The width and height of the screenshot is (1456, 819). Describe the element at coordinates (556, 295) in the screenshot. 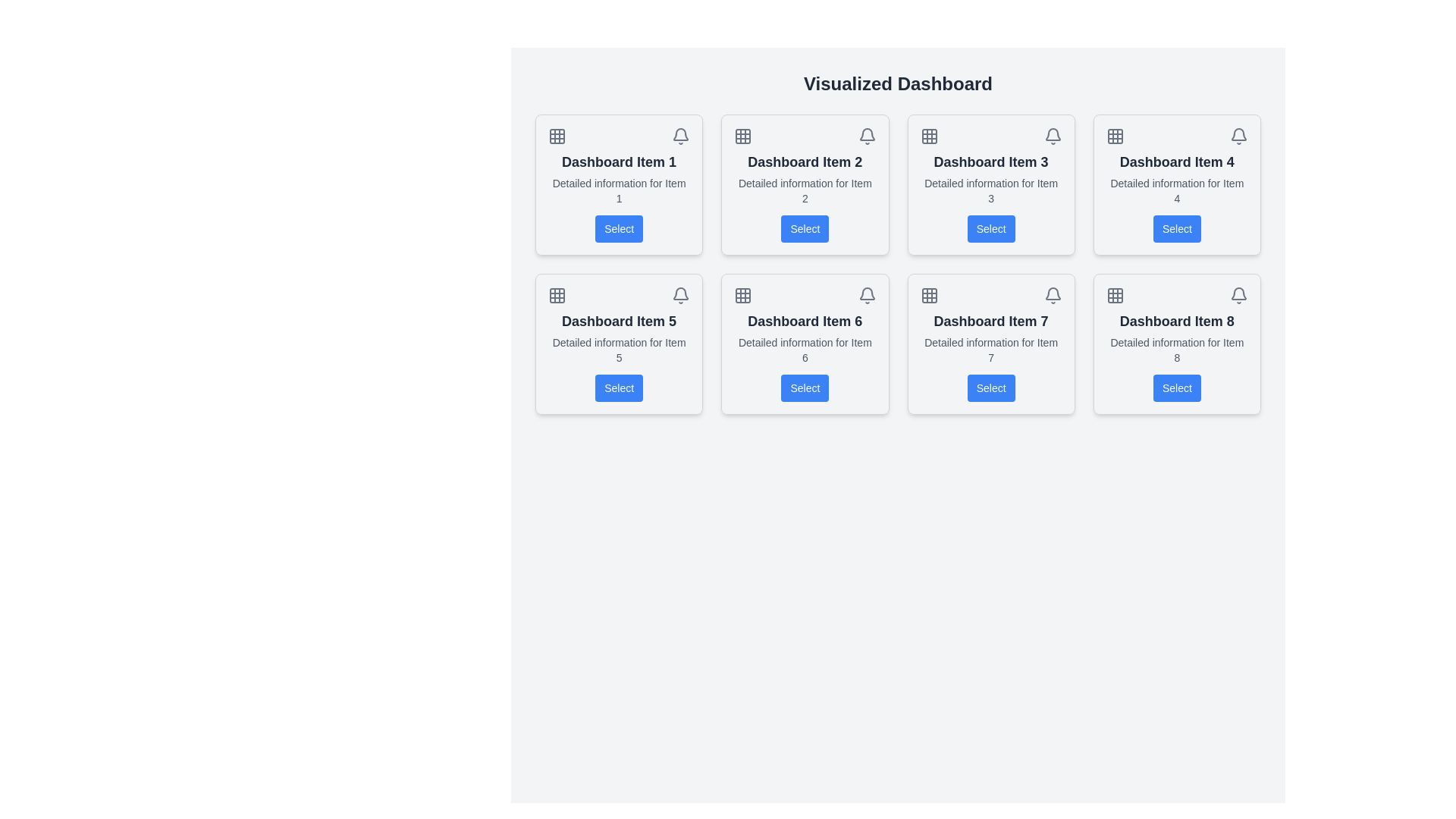

I see `the top-left square within the 3x3 grid icon located in the upper-left corner of the card labeled 'Dashboard Item 5' on the second row of the dashboard` at that location.